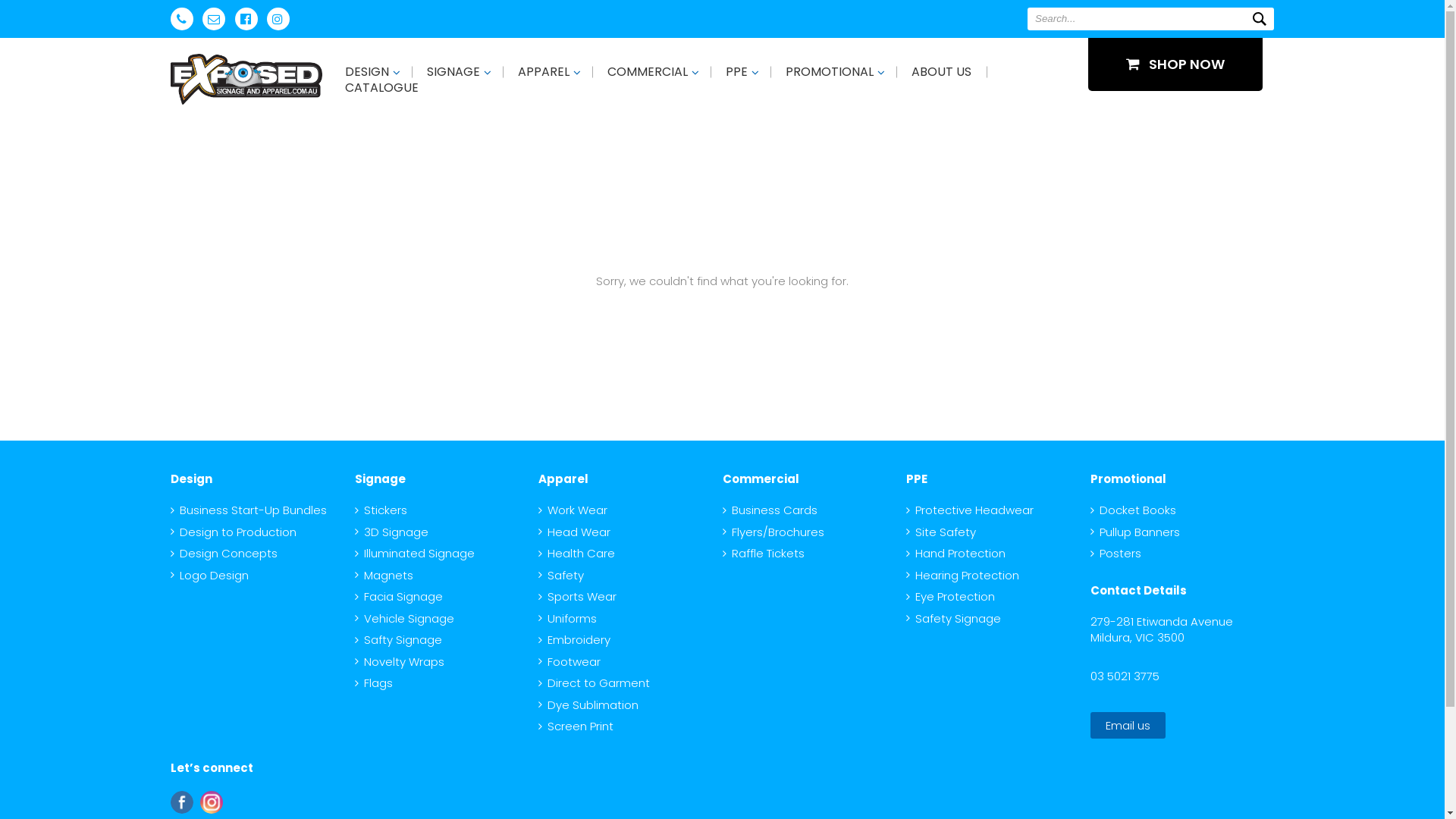  I want to click on 'Pullup Banners', so click(1135, 530).